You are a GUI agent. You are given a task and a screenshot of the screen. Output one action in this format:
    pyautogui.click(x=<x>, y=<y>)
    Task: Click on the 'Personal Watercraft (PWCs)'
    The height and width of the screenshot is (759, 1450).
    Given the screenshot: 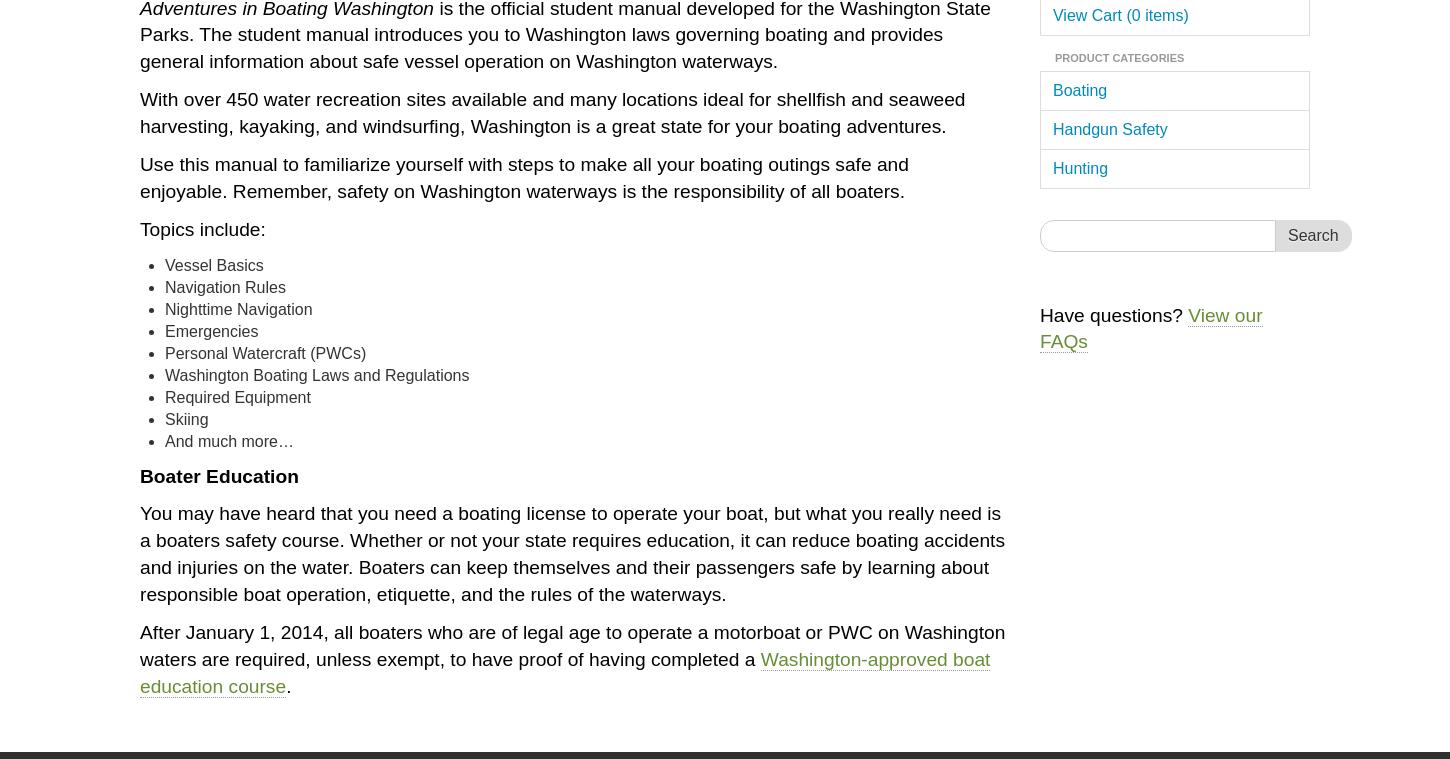 What is the action you would take?
    pyautogui.click(x=265, y=351)
    